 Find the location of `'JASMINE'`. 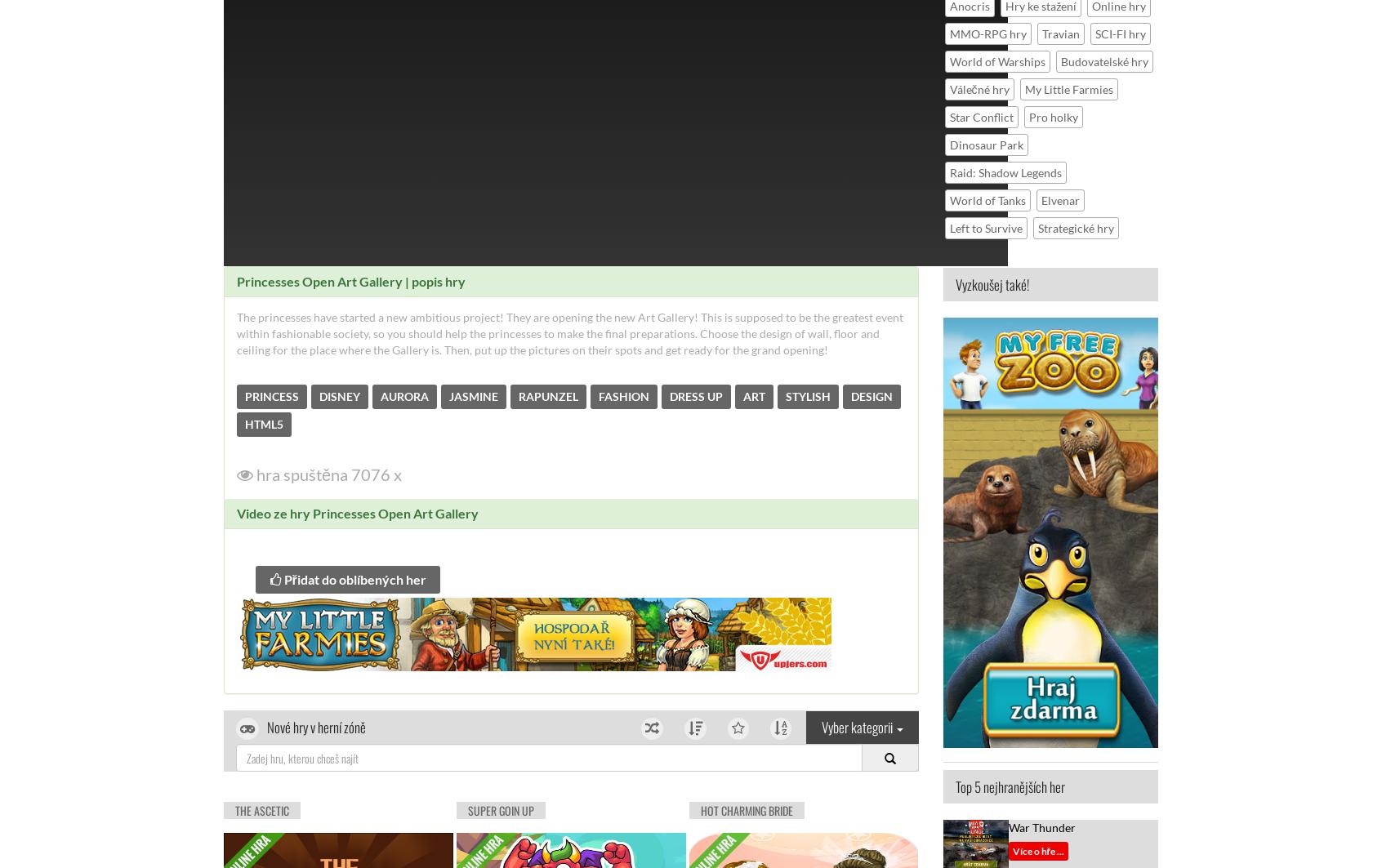

'JASMINE' is located at coordinates (473, 396).